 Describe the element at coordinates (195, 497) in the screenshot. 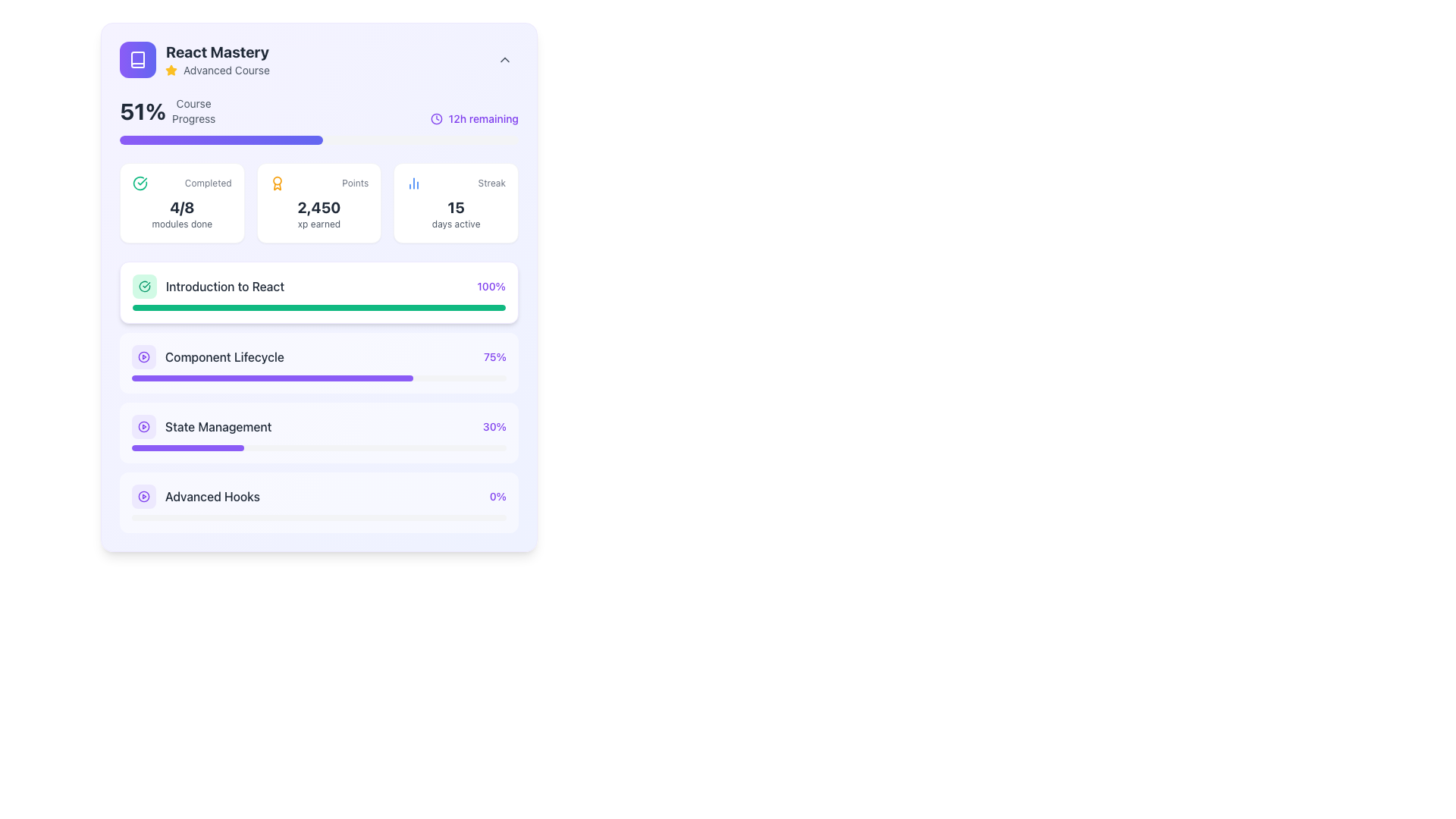

I see `the 'Advanced Hooks' course section in the list` at that location.